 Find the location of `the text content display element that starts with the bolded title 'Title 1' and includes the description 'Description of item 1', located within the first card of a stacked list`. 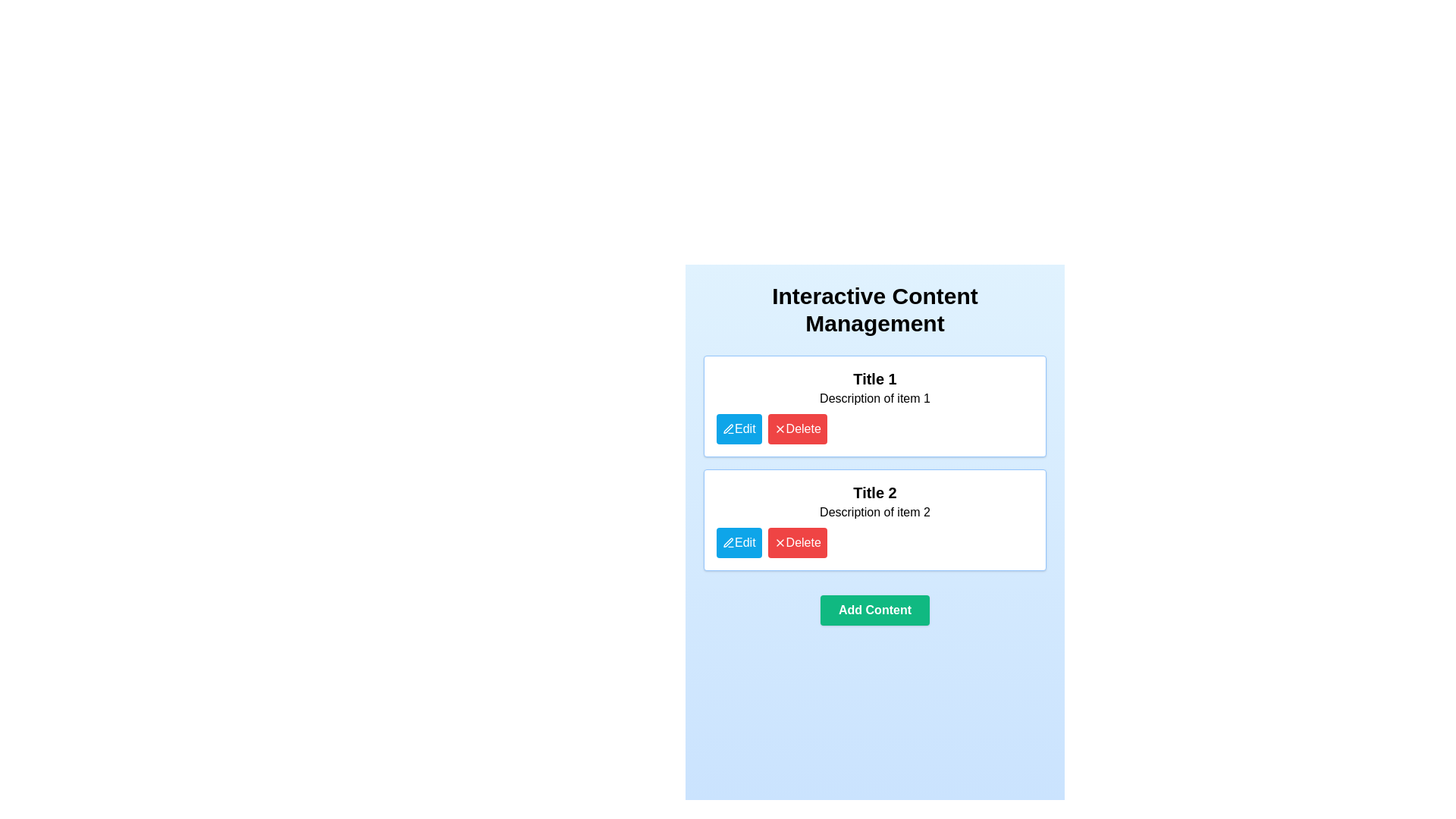

the text content display element that starts with the bolded title 'Title 1' and includes the description 'Description of item 1', located within the first card of a stacked list is located at coordinates (874, 388).